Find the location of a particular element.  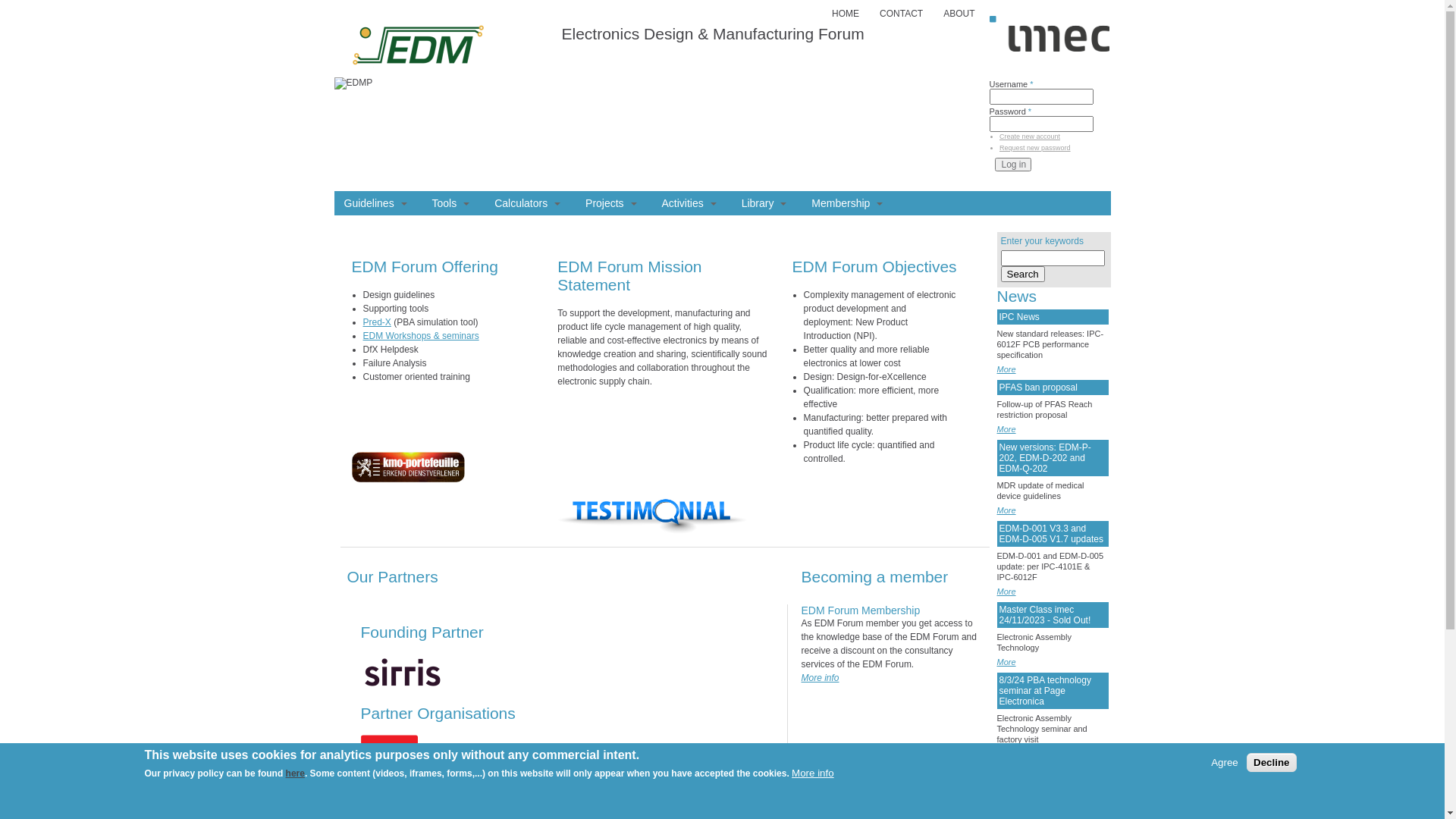

'Decline' is located at coordinates (1271, 762).